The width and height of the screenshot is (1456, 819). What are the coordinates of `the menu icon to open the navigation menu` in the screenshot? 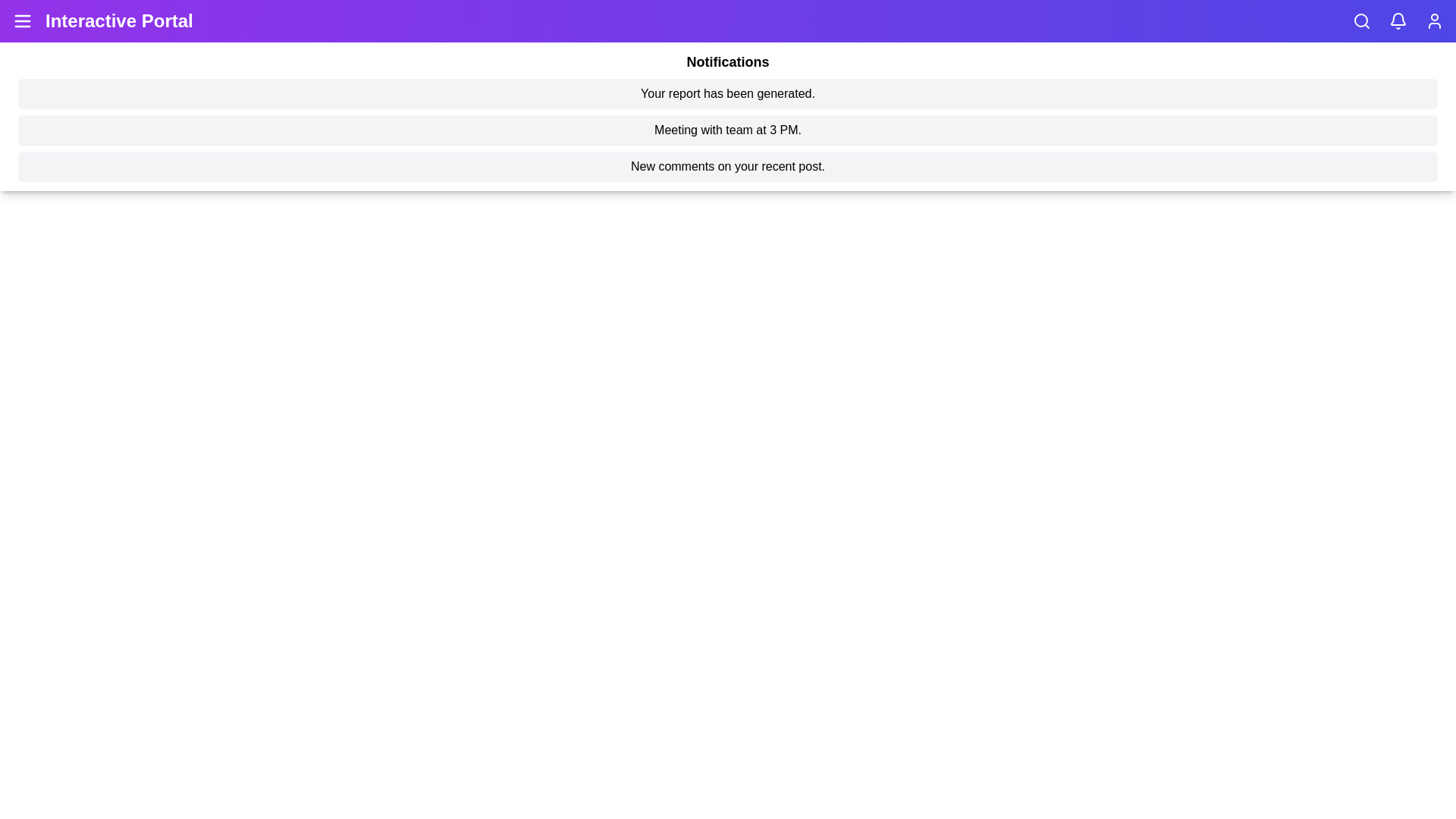 It's located at (22, 20).